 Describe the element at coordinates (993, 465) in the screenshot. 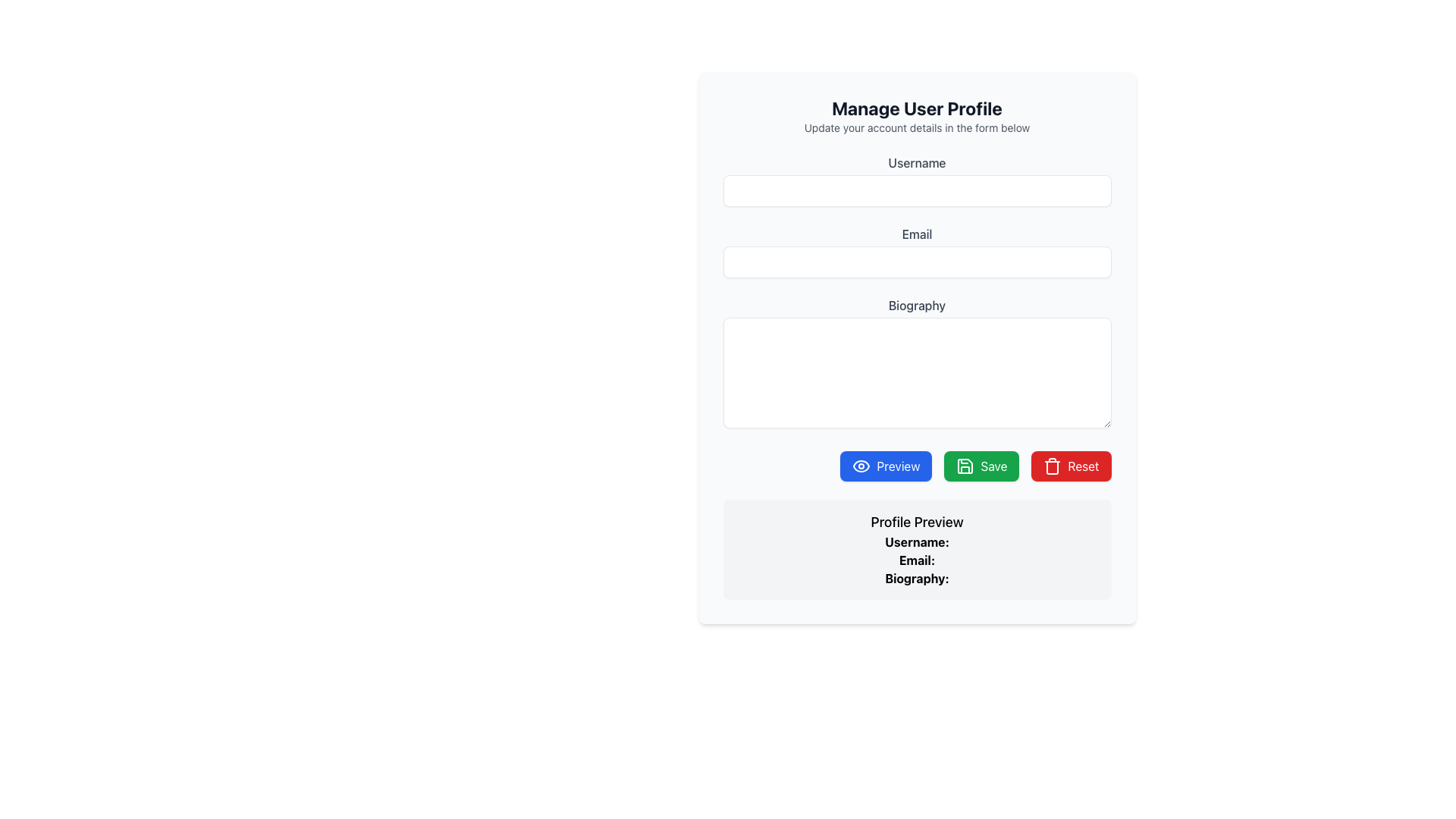

I see `the 'Save' button which is a green rectangular button with rounded corners, displaying the text label 'Save'` at that location.